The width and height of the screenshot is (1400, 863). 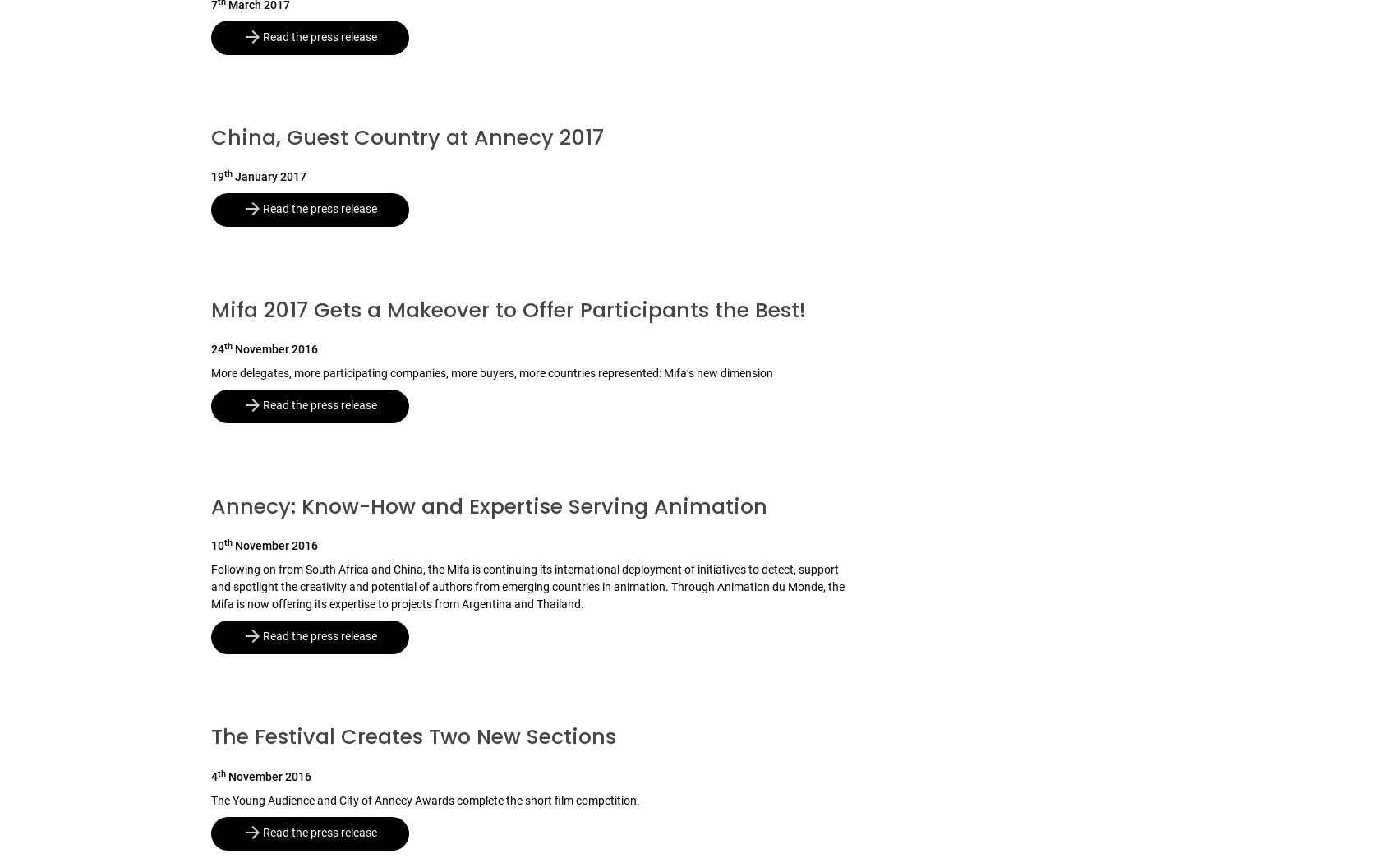 I want to click on 'The Young Audience and City of Annecy Awards complete the short film competition.', so click(x=426, y=799).